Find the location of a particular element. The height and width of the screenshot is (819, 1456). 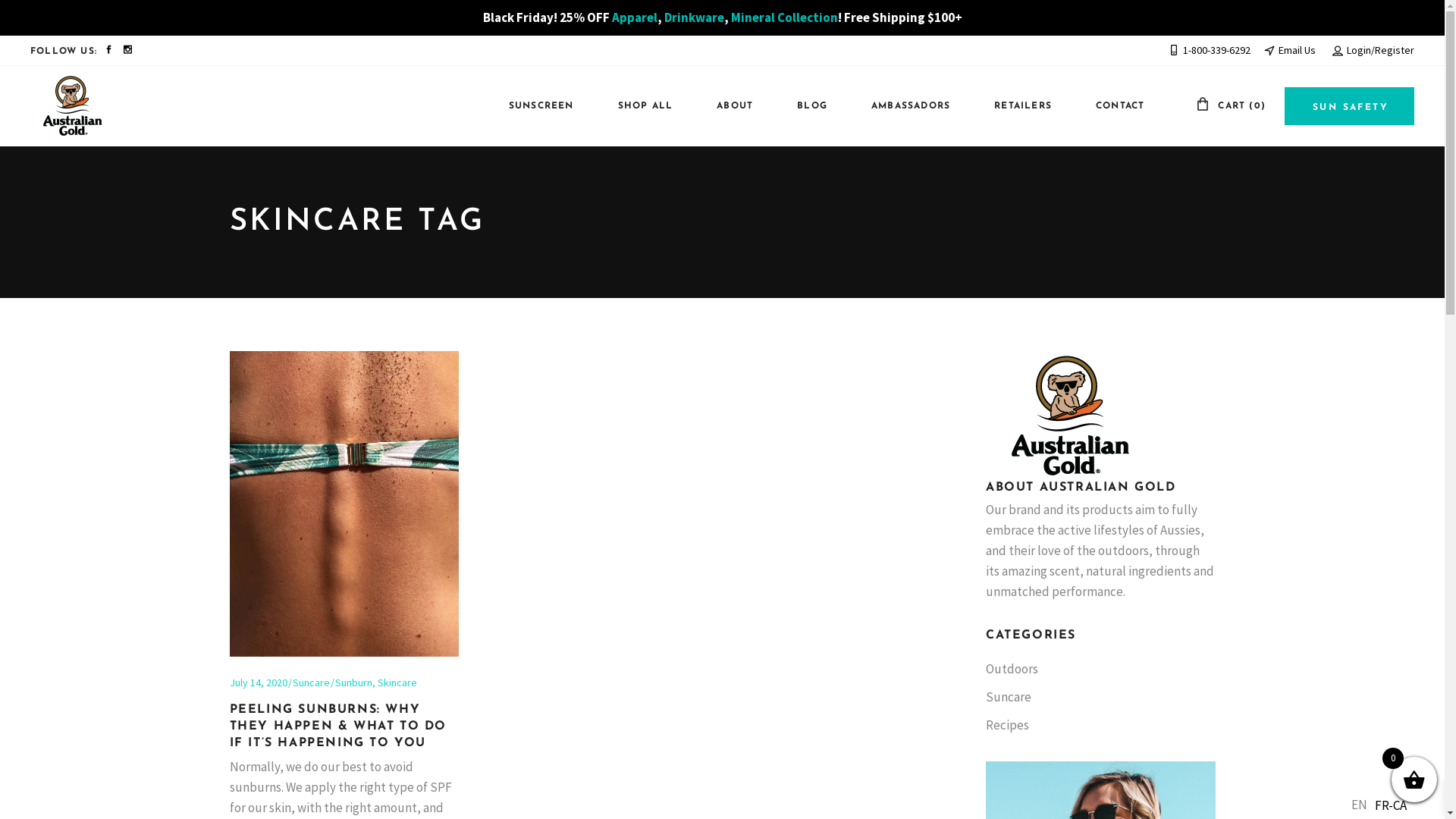

'Login/Register' is located at coordinates (1373, 49).